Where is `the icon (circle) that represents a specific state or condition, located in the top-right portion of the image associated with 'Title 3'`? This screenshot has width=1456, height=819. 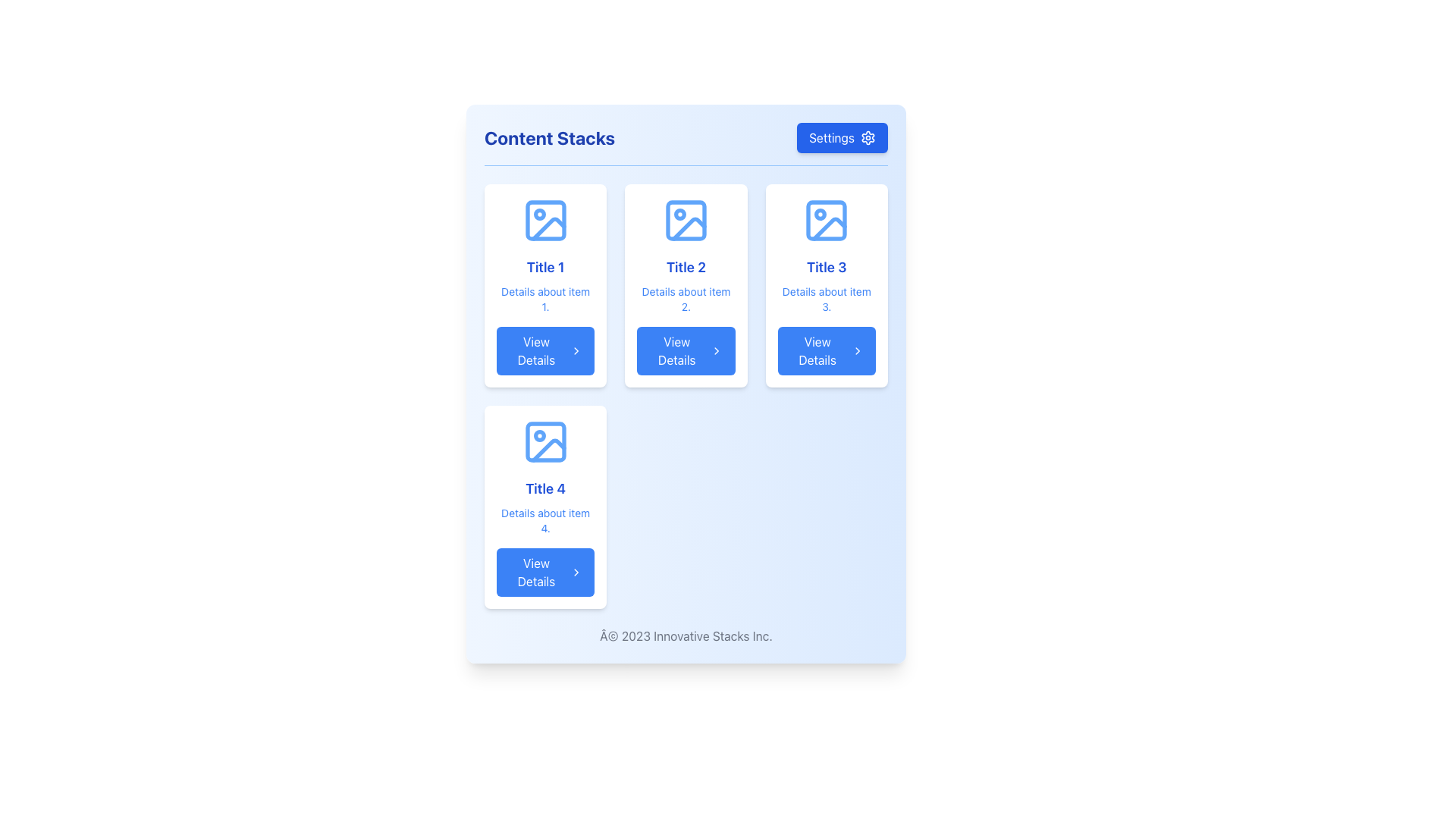 the icon (circle) that represents a specific state or condition, located in the top-right portion of the image associated with 'Title 3' is located at coordinates (820, 214).